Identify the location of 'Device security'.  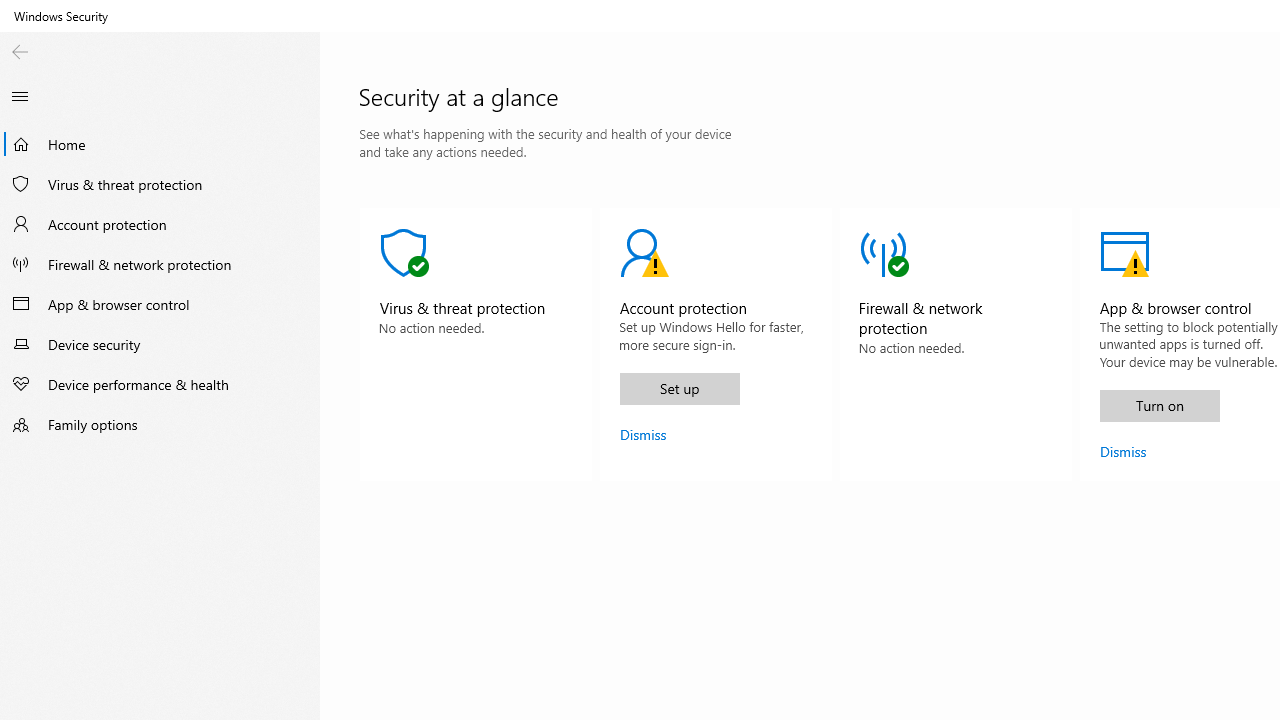
(160, 343).